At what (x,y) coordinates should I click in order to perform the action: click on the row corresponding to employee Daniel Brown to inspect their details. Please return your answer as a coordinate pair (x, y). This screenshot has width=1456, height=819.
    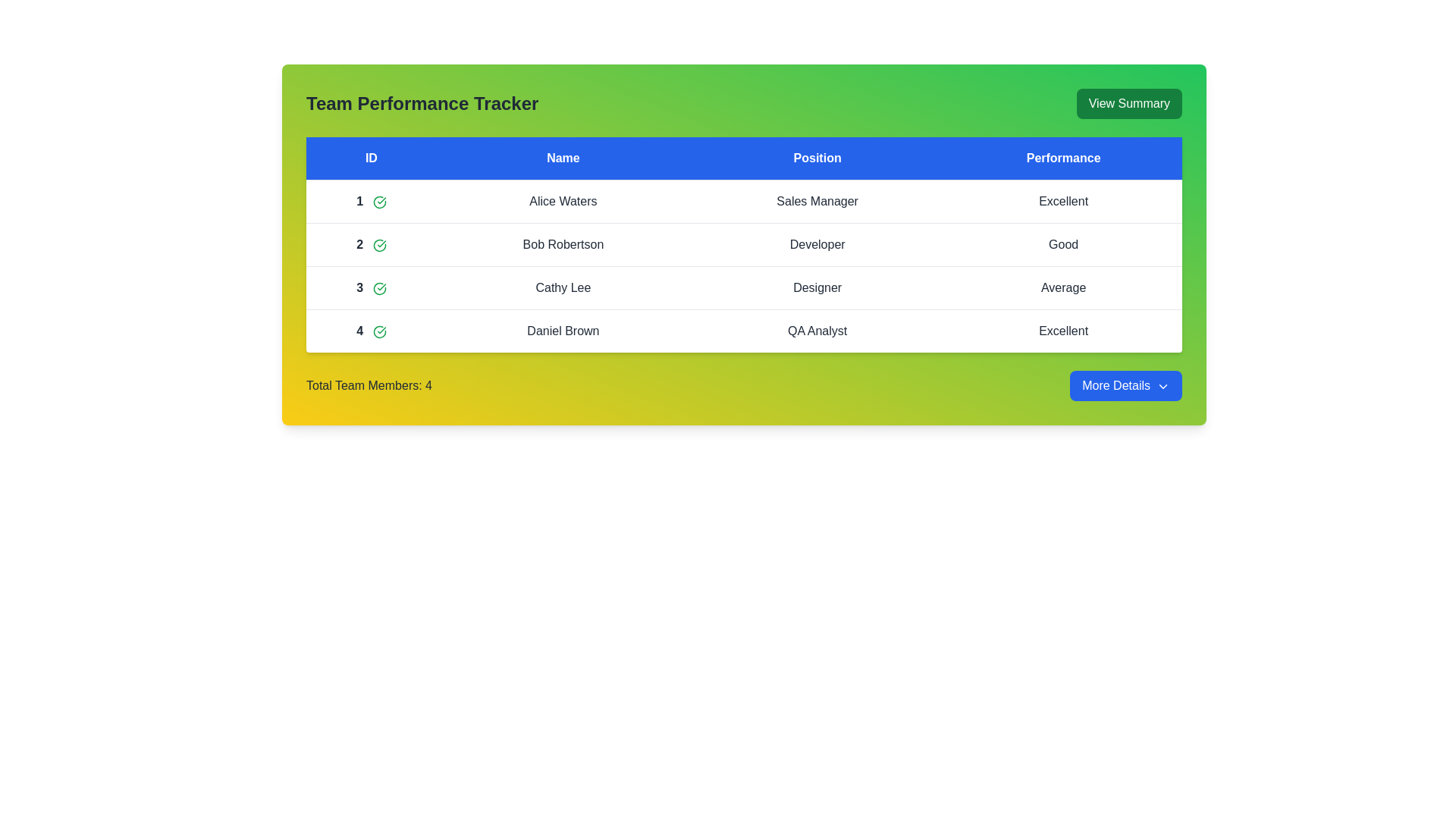
    Looking at the image, I should click on (562, 330).